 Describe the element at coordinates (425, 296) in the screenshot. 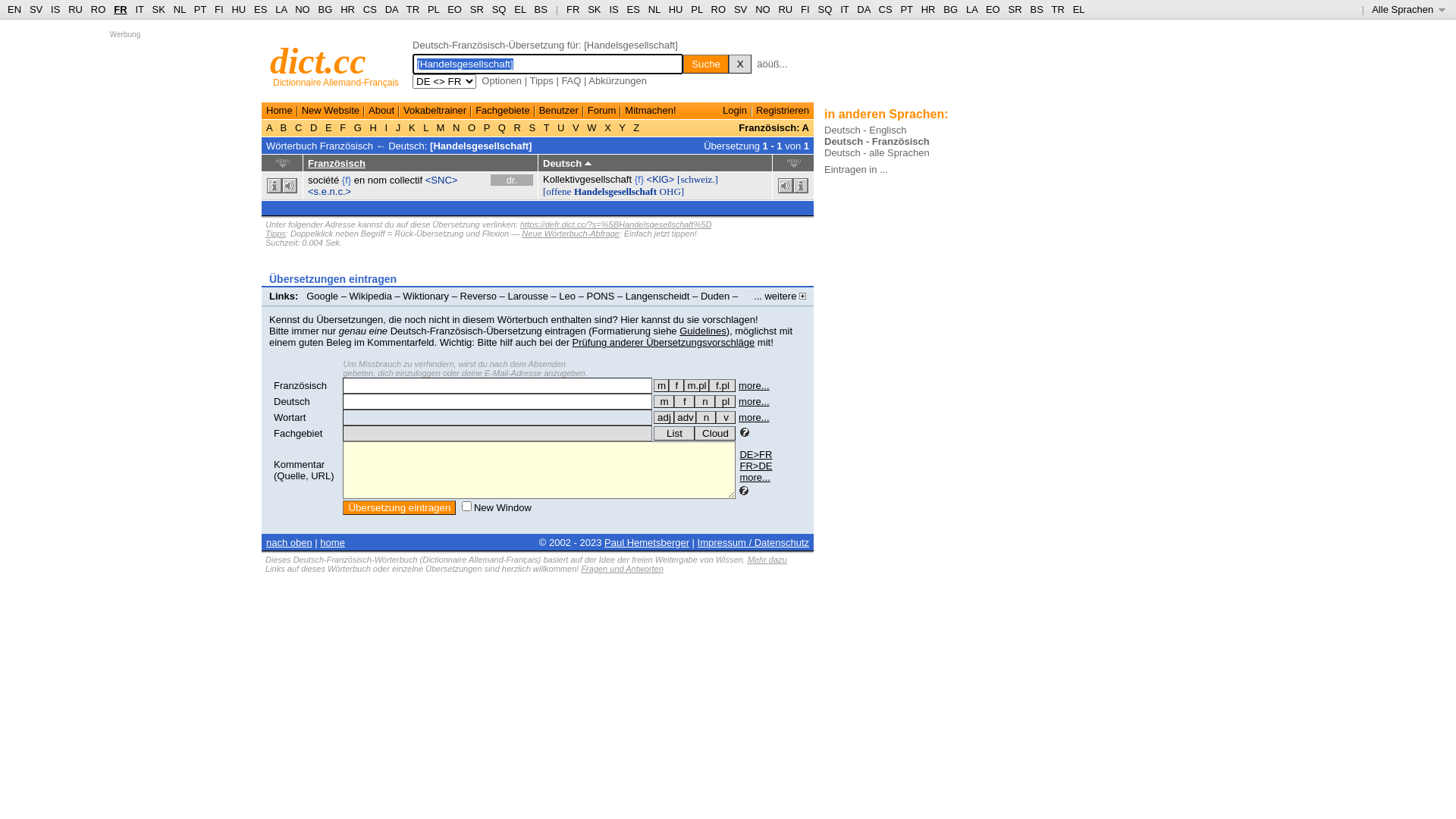

I see `'Wiktionary'` at that location.